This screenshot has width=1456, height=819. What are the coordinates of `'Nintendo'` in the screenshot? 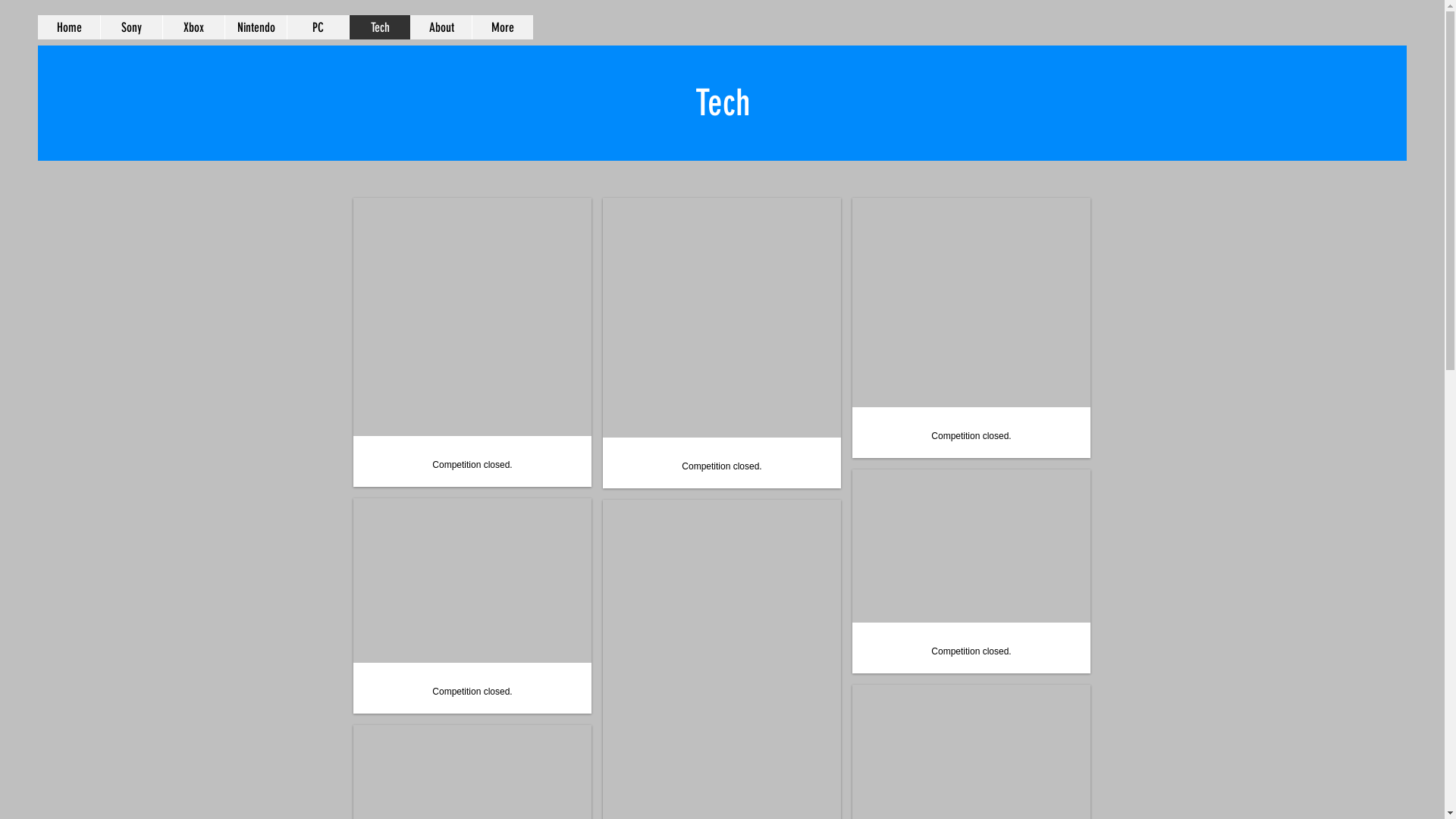 It's located at (255, 27).